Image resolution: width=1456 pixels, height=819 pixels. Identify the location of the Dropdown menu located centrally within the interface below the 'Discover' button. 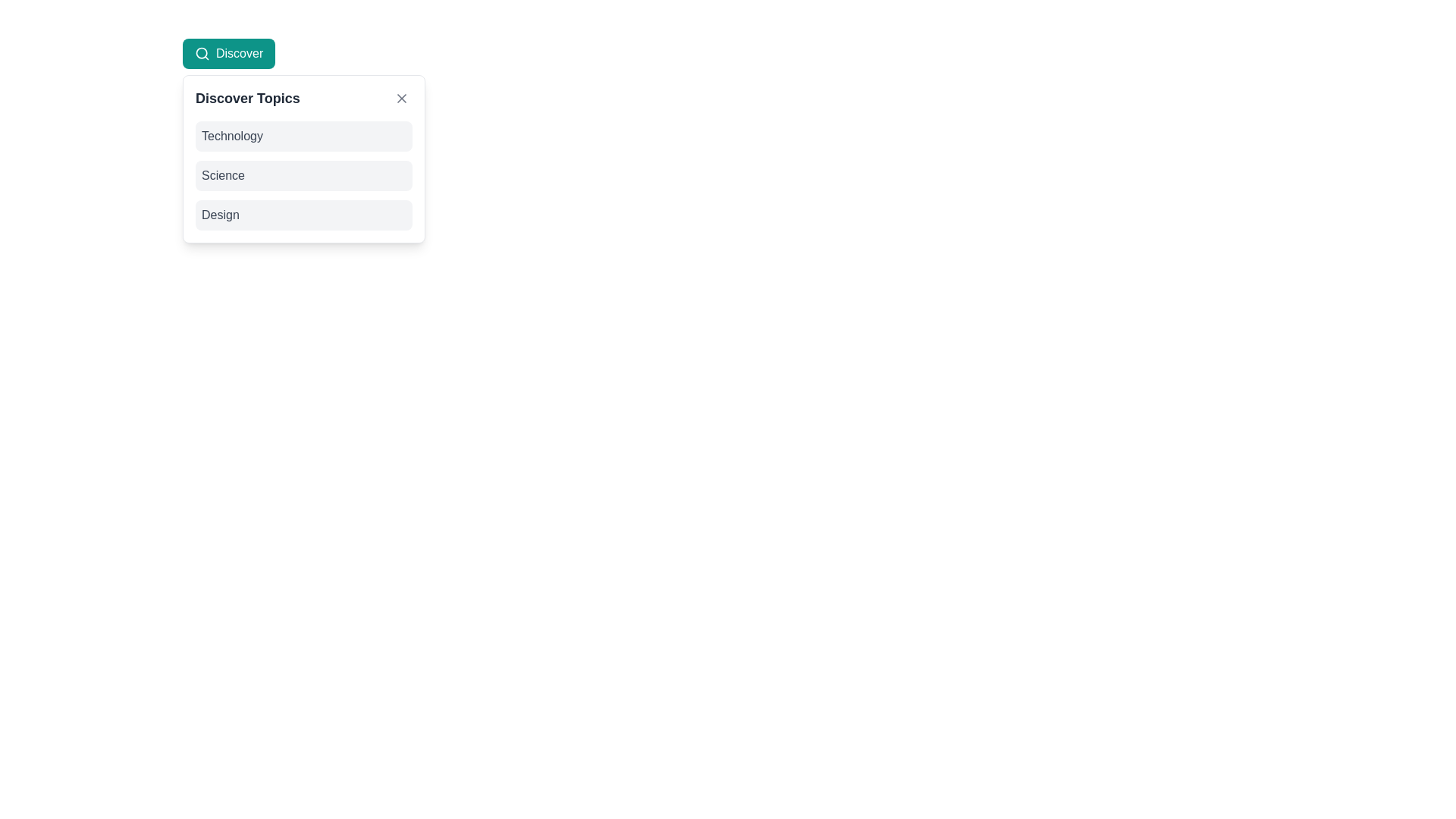
(303, 158).